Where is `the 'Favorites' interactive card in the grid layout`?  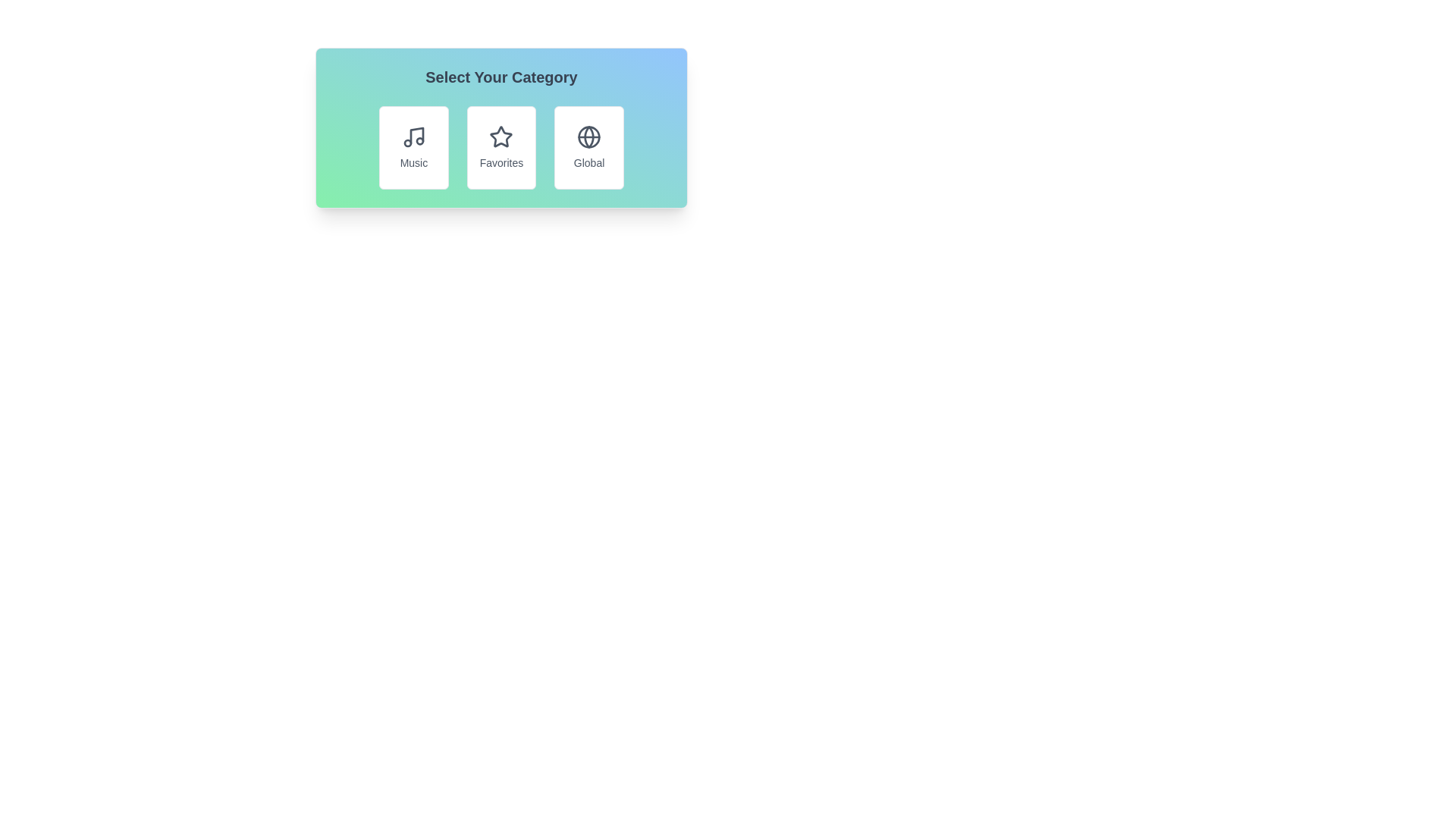 the 'Favorites' interactive card in the grid layout is located at coordinates (501, 148).